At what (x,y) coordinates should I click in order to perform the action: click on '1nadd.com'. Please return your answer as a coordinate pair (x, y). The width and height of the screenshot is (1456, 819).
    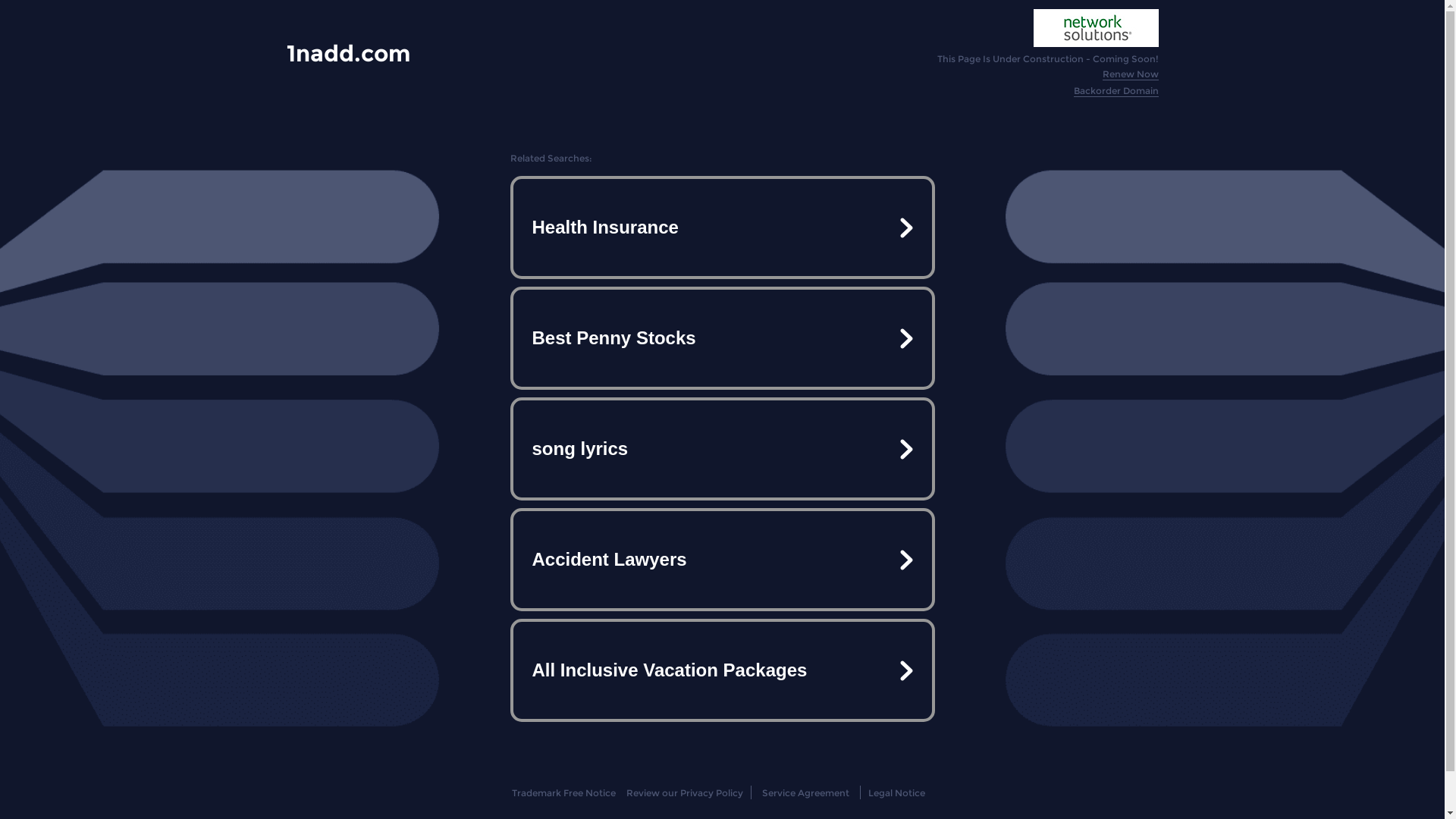
    Looking at the image, I should click on (347, 52).